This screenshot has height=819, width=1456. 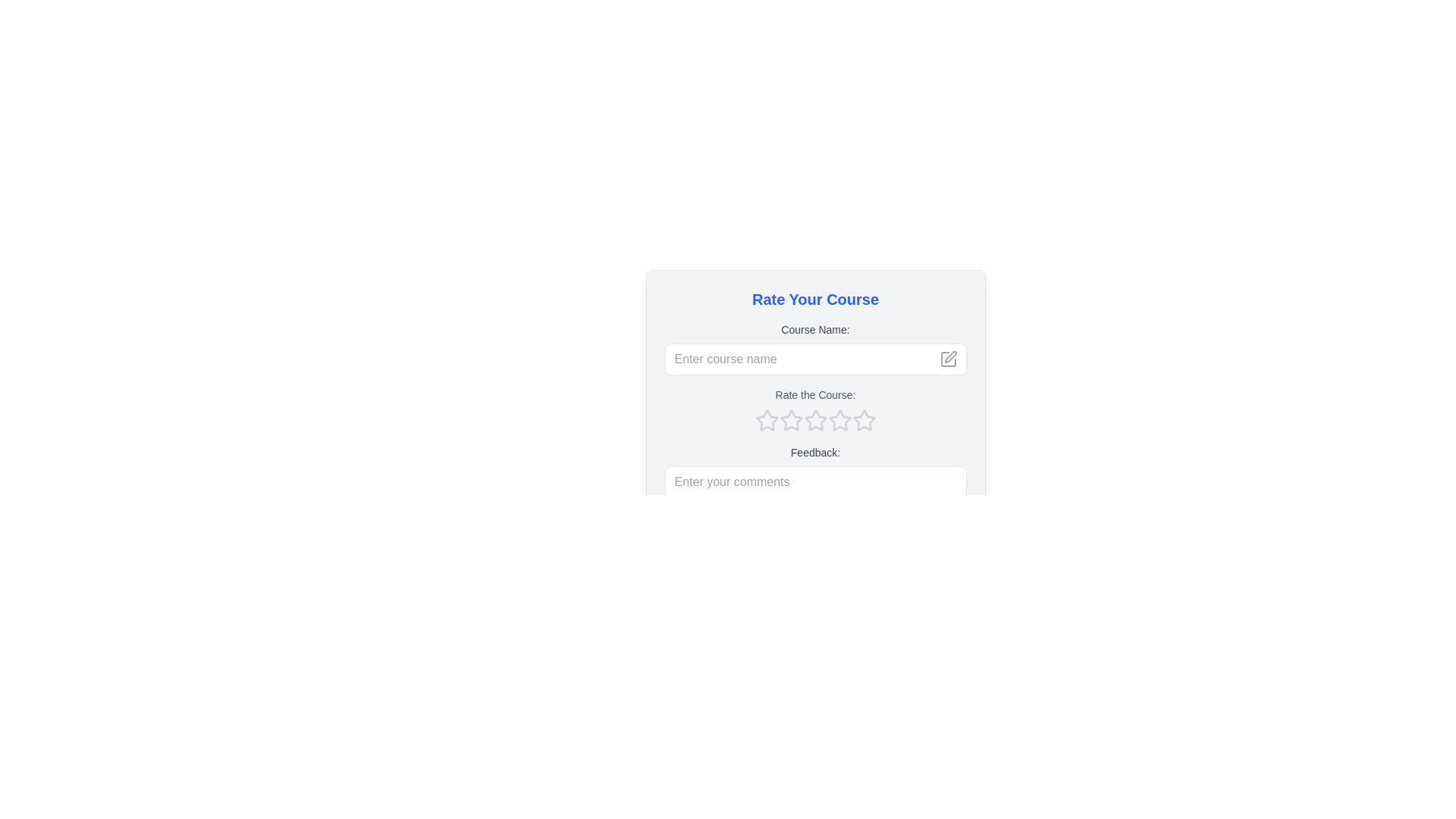 What do you see at coordinates (864, 420) in the screenshot?
I see `the fourth star in the five-star rating component` at bounding box center [864, 420].